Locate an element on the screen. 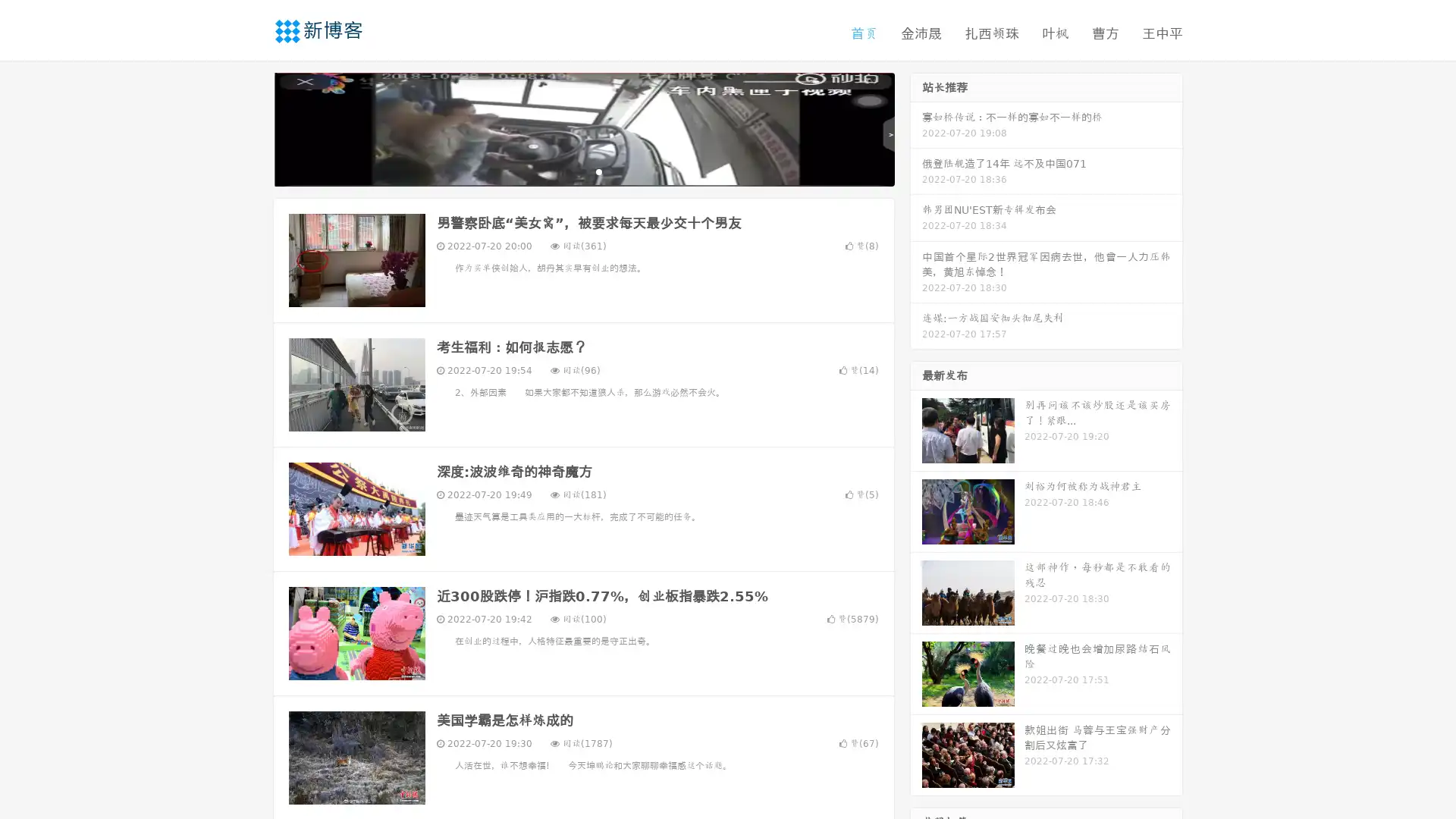 This screenshot has height=819, width=1456. Previous slide is located at coordinates (250, 127).